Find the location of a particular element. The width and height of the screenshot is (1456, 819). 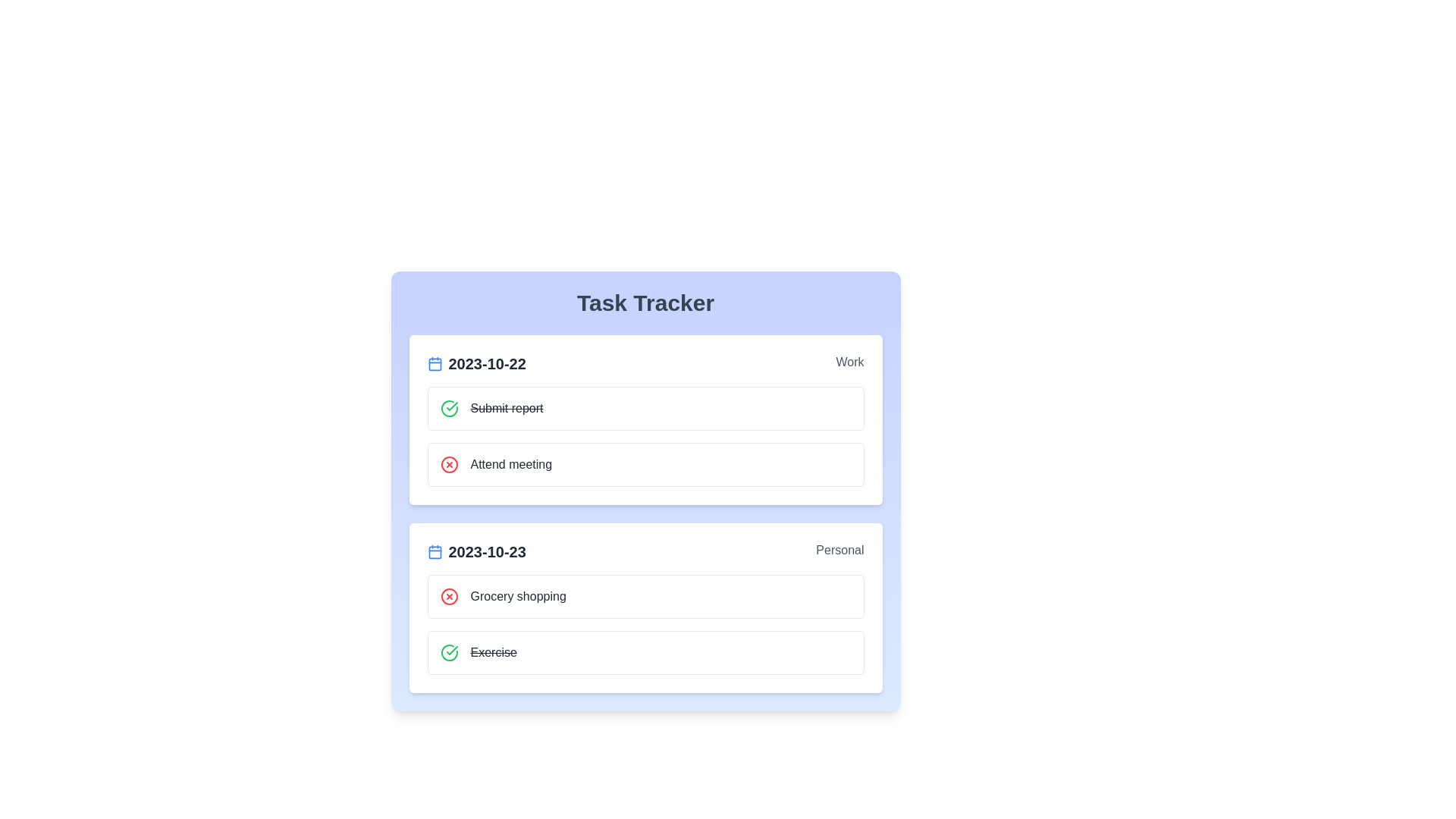

the task Grocery shopping to reveal additional options is located at coordinates (518, 595).